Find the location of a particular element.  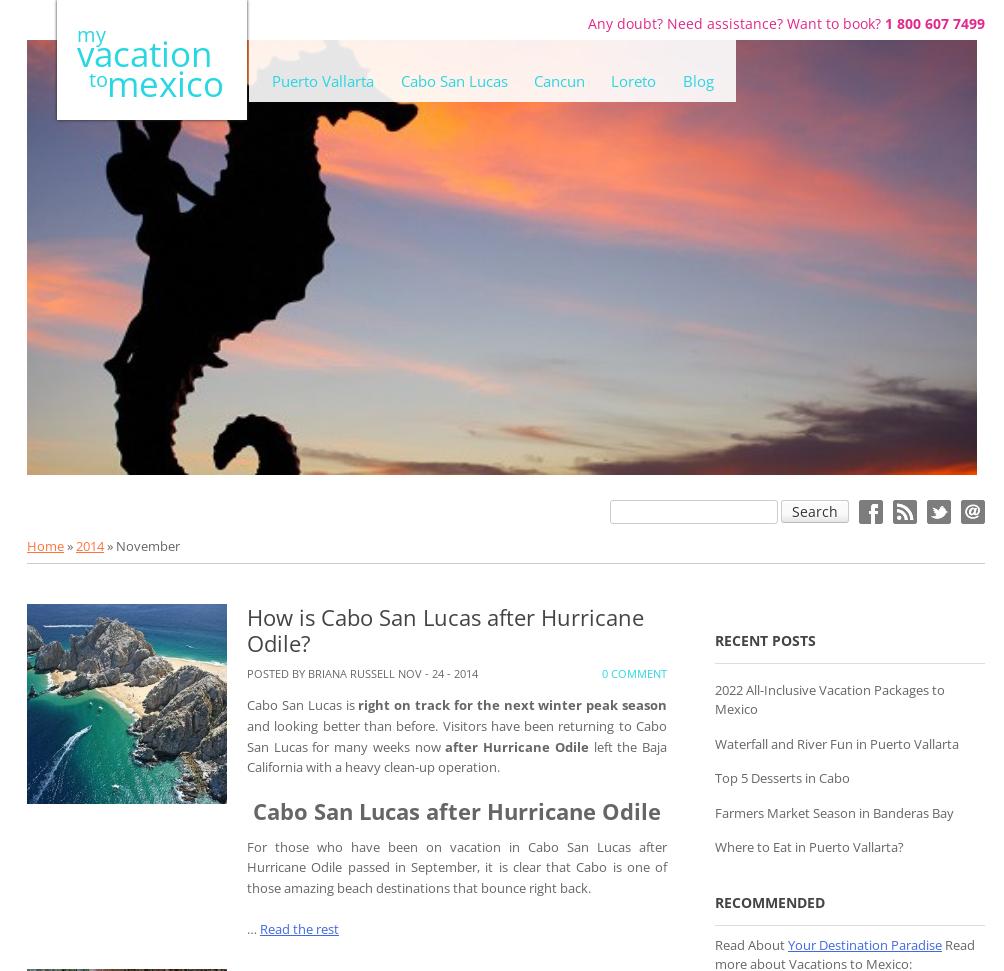

'my' is located at coordinates (91, 34).